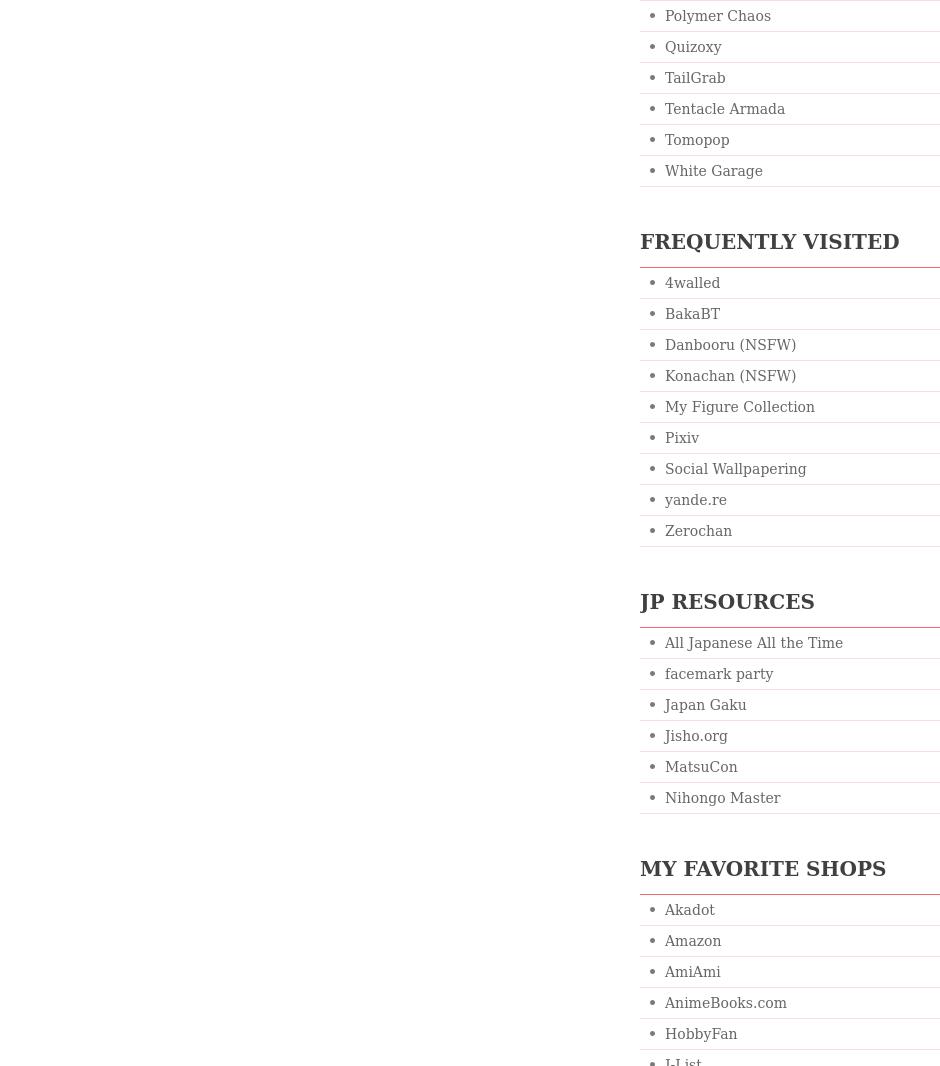  Describe the element at coordinates (680, 438) in the screenshot. I see `'Pixiv'` at that location.